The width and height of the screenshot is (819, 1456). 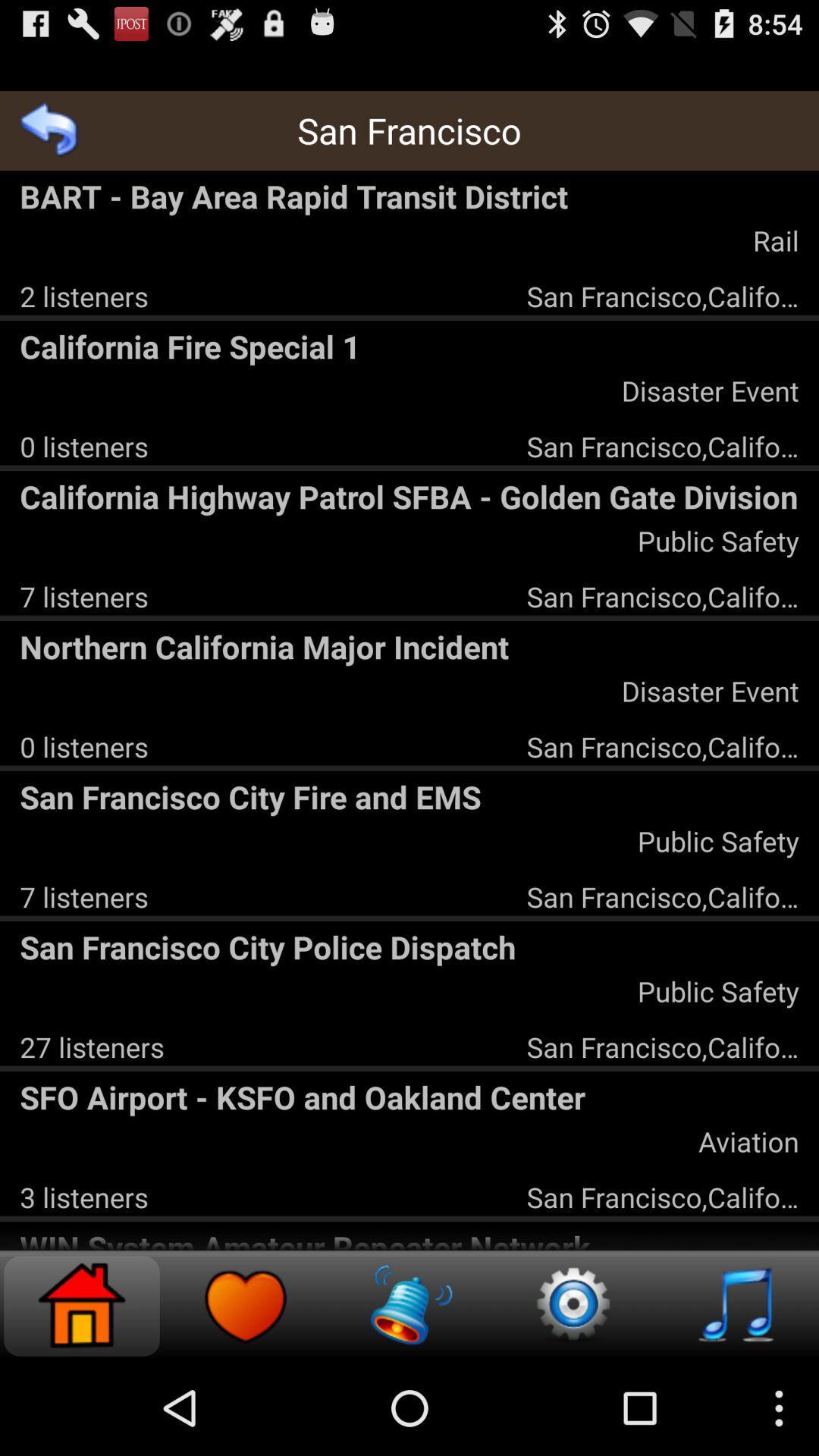 What do you see at coordinates (92, 1046) in the screenshot?
I see `the item above the sfo airport ksfo icon` at bounding box center [92, 1046].